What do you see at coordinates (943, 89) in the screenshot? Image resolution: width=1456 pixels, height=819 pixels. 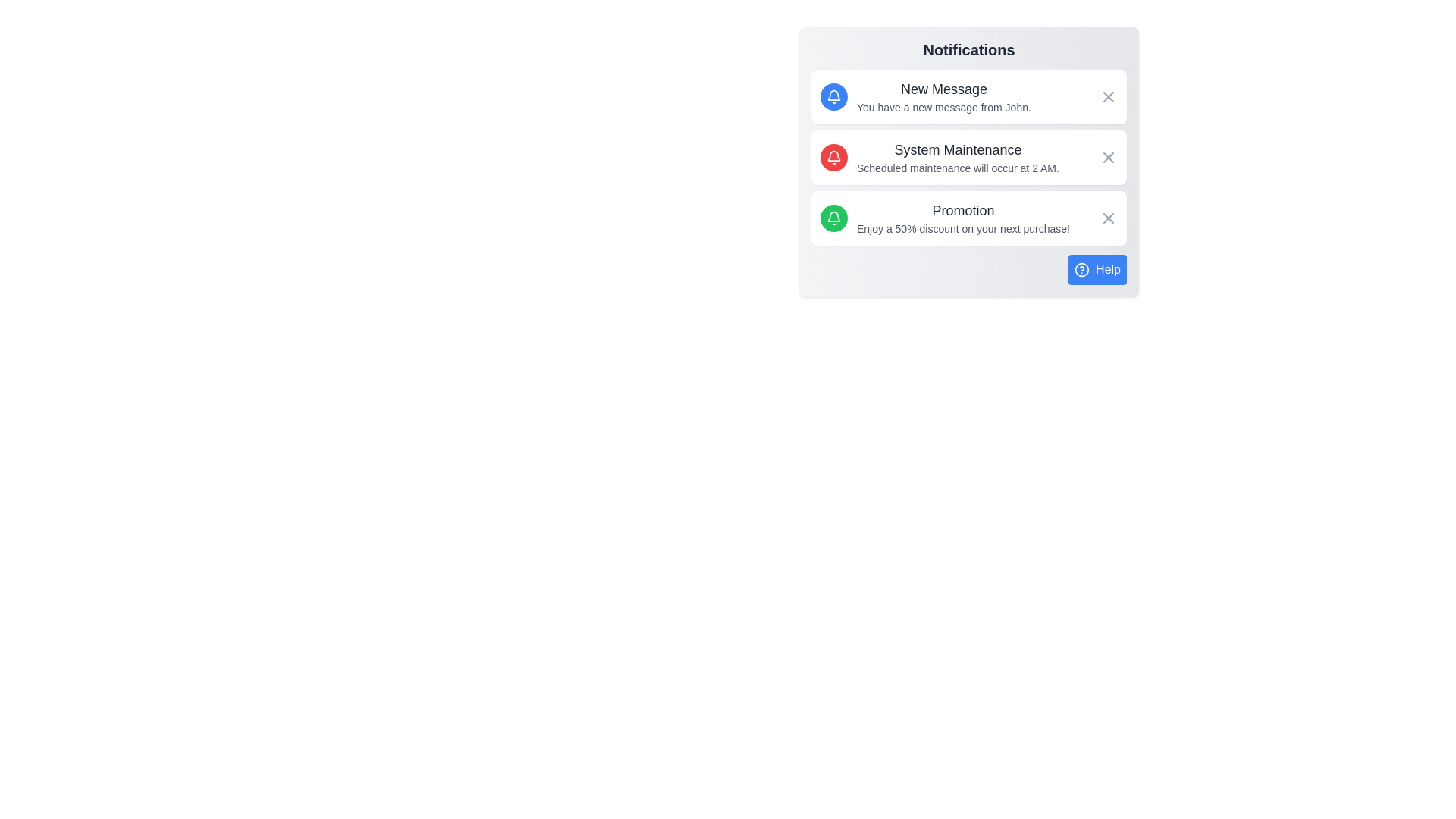 I see `the 'New Message' static text label, which is displayed in bold with a medium font weight and dark gray color, located at the top of the notification box` at bounding box center [943, 89].